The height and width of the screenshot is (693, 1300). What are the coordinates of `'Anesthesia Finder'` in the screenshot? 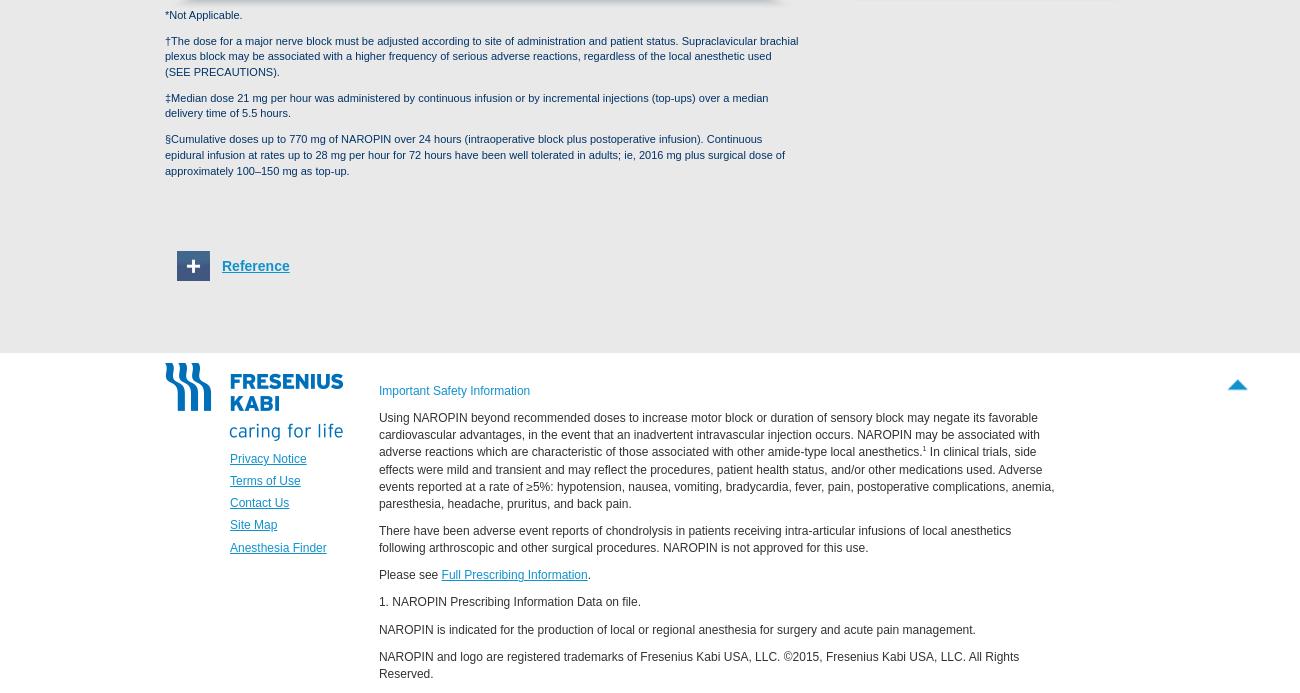 It's located at (277, 545).